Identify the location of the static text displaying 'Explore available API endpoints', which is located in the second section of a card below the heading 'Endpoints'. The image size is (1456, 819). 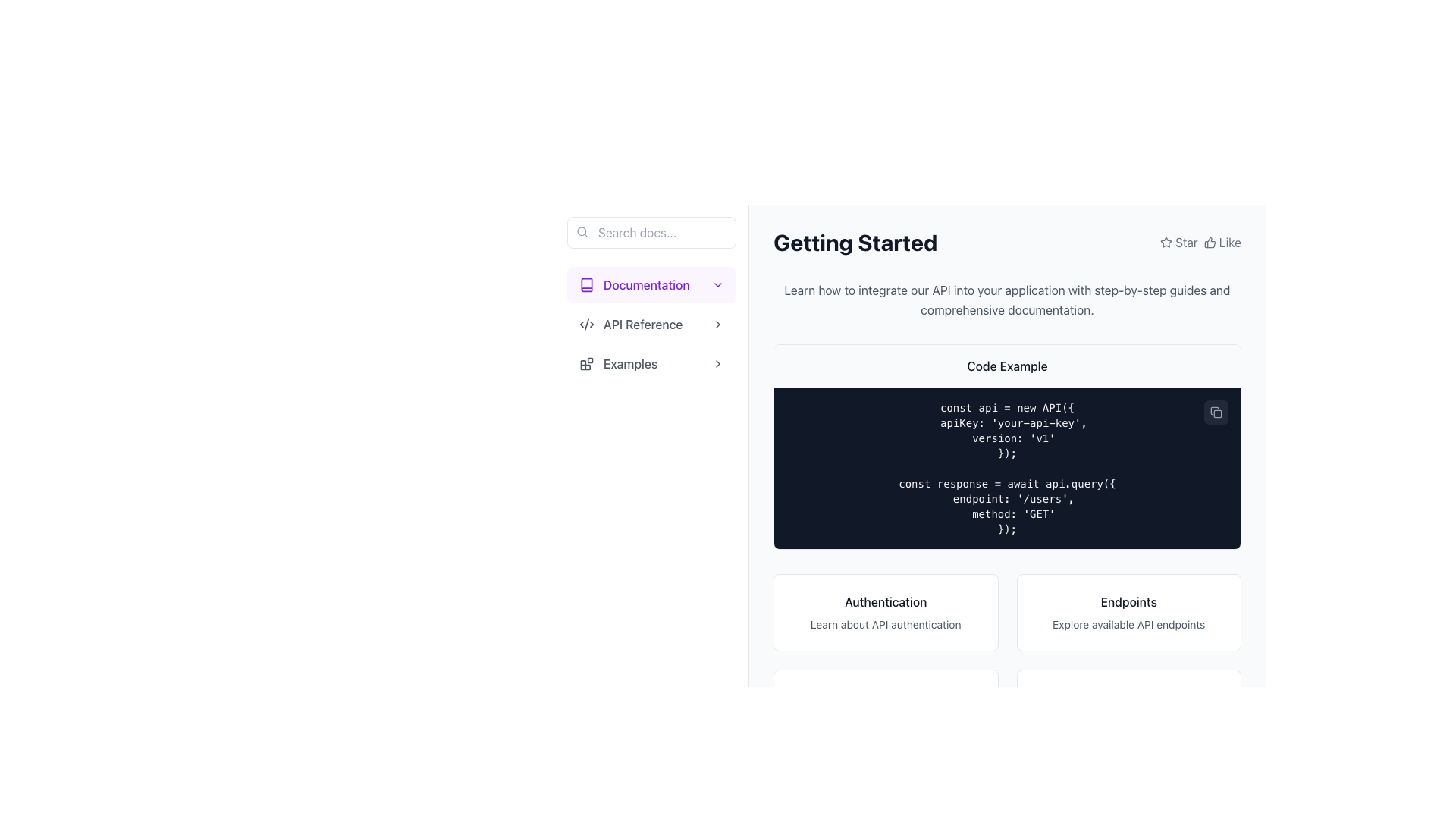
(1128, 625).